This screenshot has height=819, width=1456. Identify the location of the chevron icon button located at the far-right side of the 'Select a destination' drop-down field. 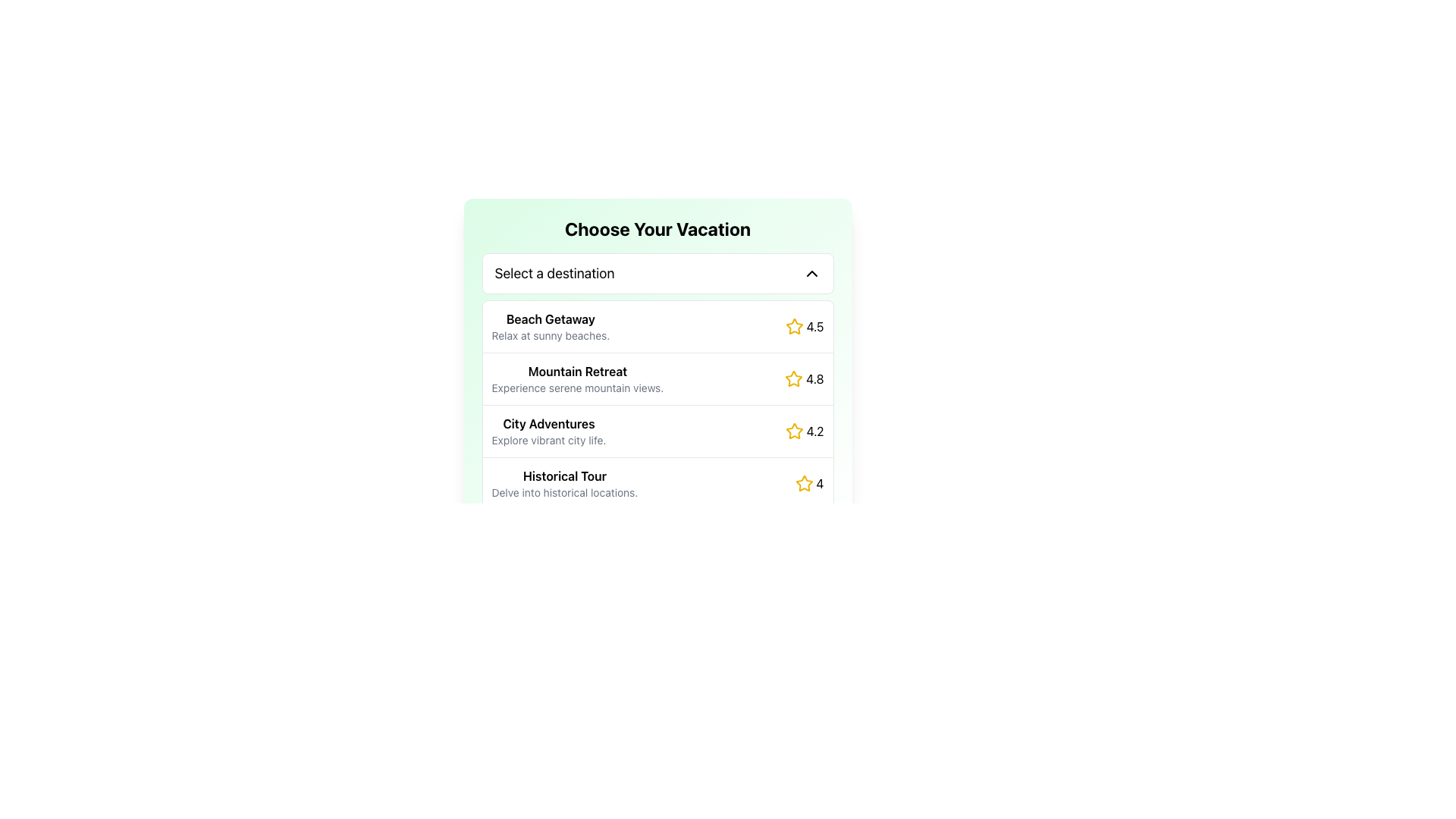
(811, 274).